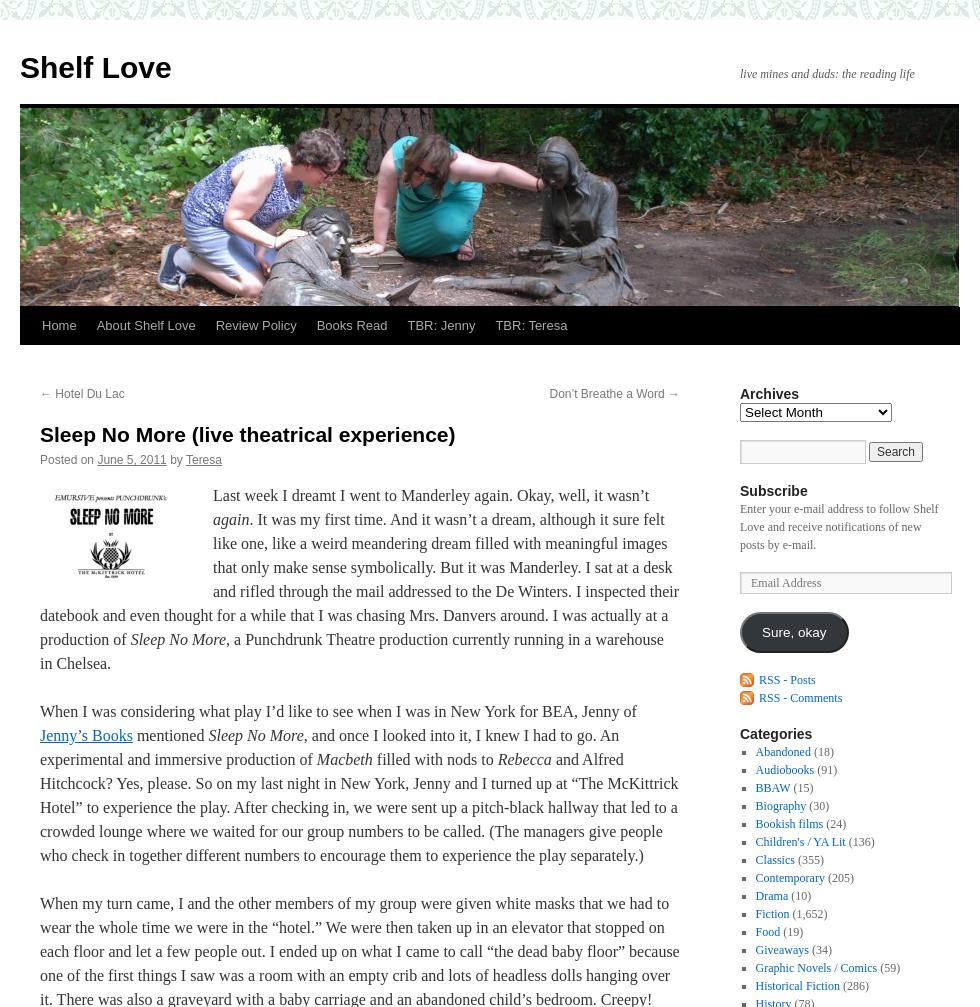 This screenshot has width=980, height=1007. What do you see at coordinates (888, 967) in the screenshot?
I see `'(59)'` at bounding box center [888, 967].